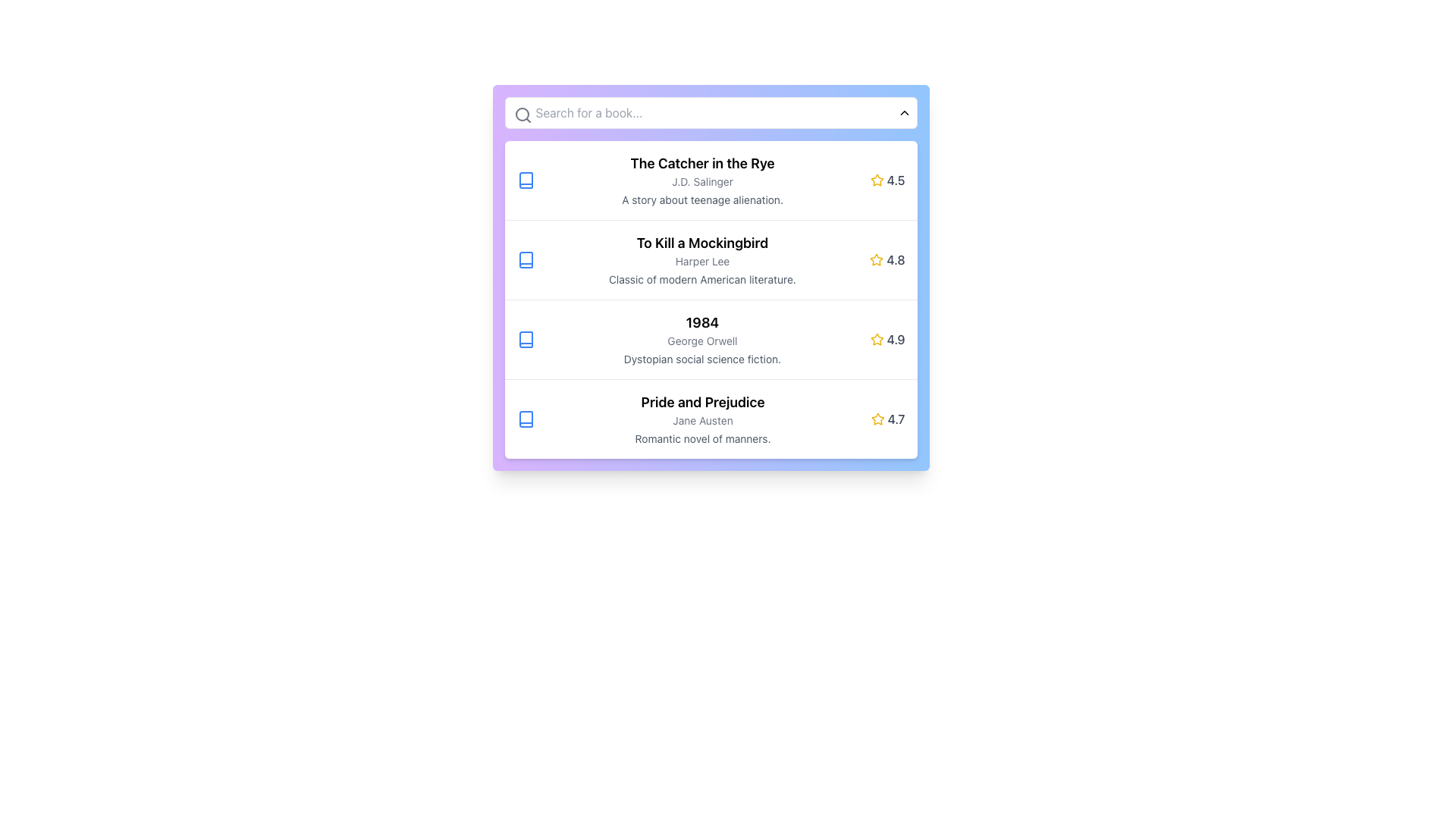 The image size is (1456, 819). Describe the element at coordinates (701, 180) in the screenshot. I see `the text label displaying 'J.D. Salinger', which is located beneath the title 'The Catcher in the Rye' and above the book's description` at that location.